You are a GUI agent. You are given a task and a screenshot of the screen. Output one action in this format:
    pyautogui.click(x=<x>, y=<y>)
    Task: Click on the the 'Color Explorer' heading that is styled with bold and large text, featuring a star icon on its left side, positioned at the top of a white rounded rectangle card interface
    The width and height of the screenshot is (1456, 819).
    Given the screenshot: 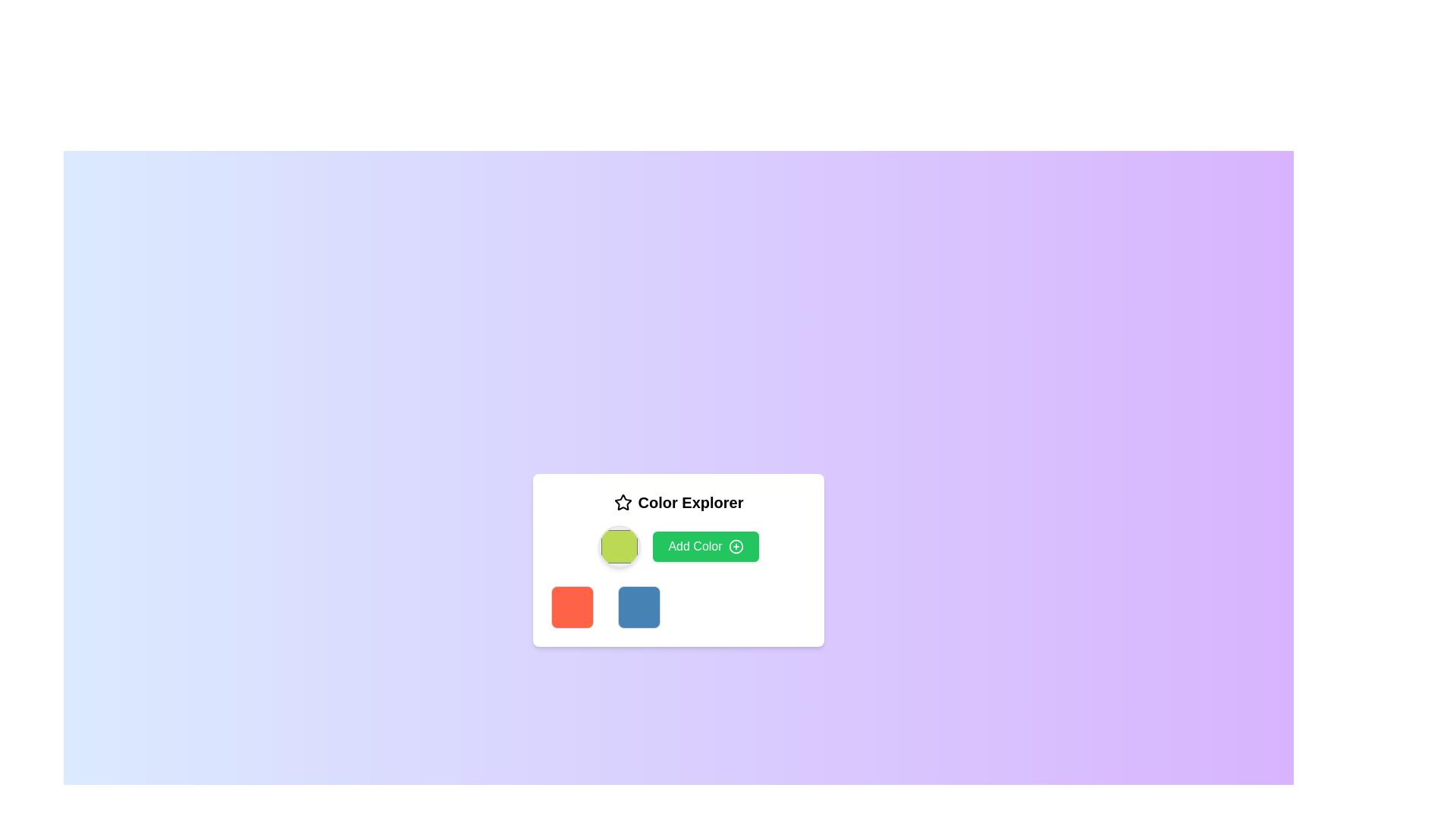 What is the action you would take?
    pyautogui.click(x=677, y=503)
    